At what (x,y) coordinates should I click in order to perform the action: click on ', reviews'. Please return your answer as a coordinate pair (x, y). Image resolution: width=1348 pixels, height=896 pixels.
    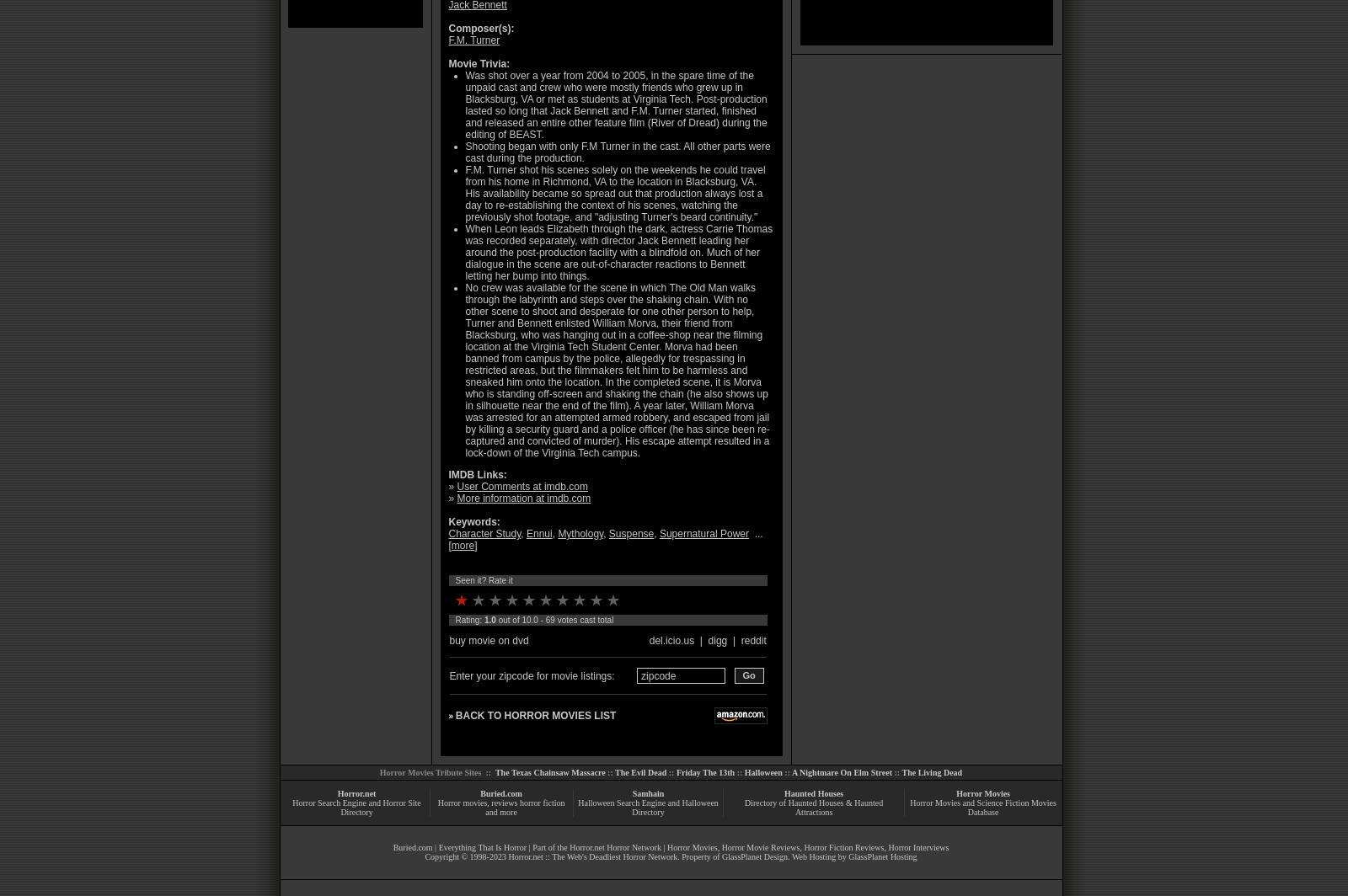
    Looking at the image, I should click on (501, 803).